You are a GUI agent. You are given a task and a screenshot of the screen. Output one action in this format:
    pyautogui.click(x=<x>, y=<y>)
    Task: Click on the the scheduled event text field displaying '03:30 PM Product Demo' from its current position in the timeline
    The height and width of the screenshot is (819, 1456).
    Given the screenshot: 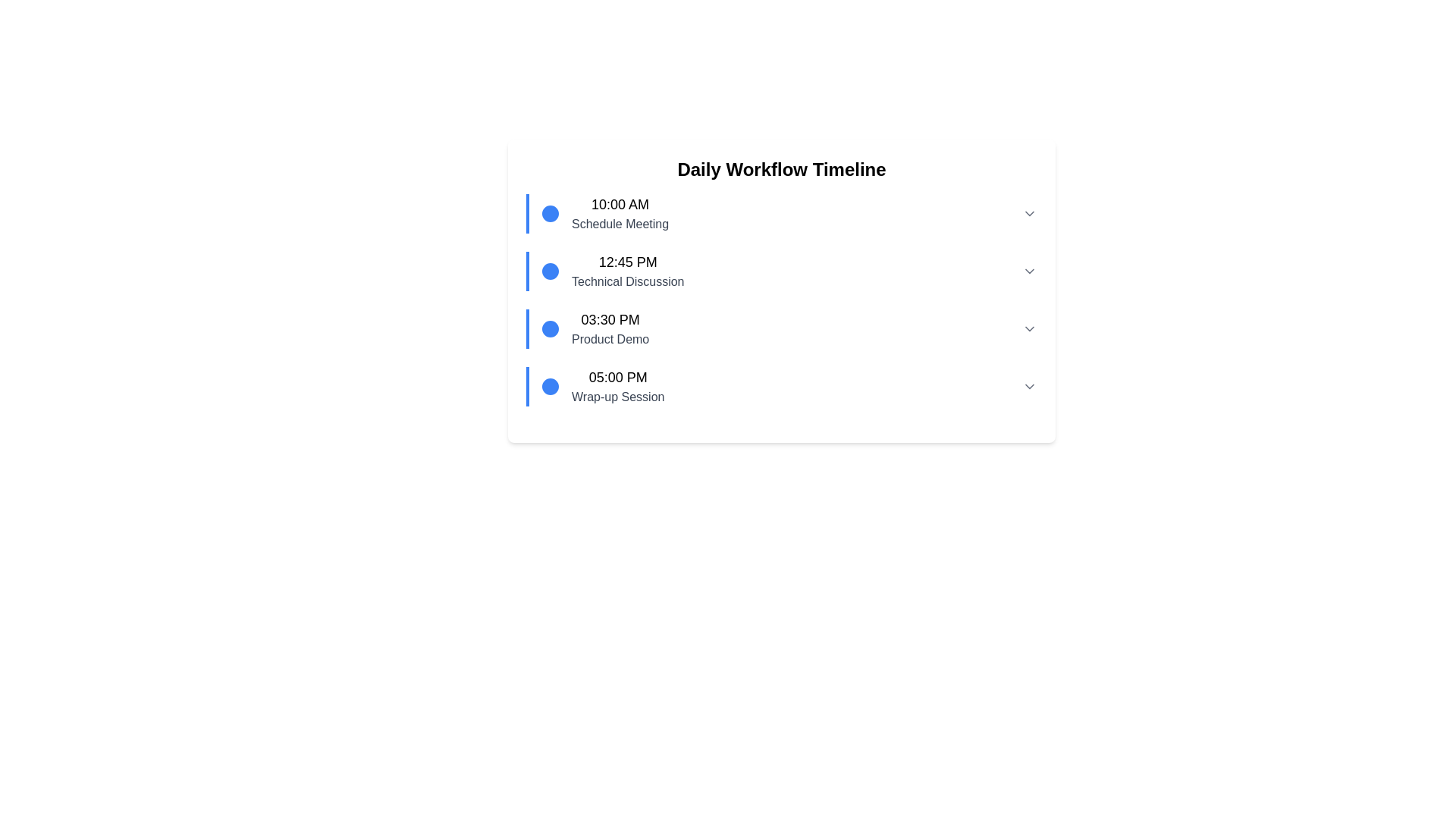 What is the action you would take?
    pyautogui.click(x=610, y=328)
    